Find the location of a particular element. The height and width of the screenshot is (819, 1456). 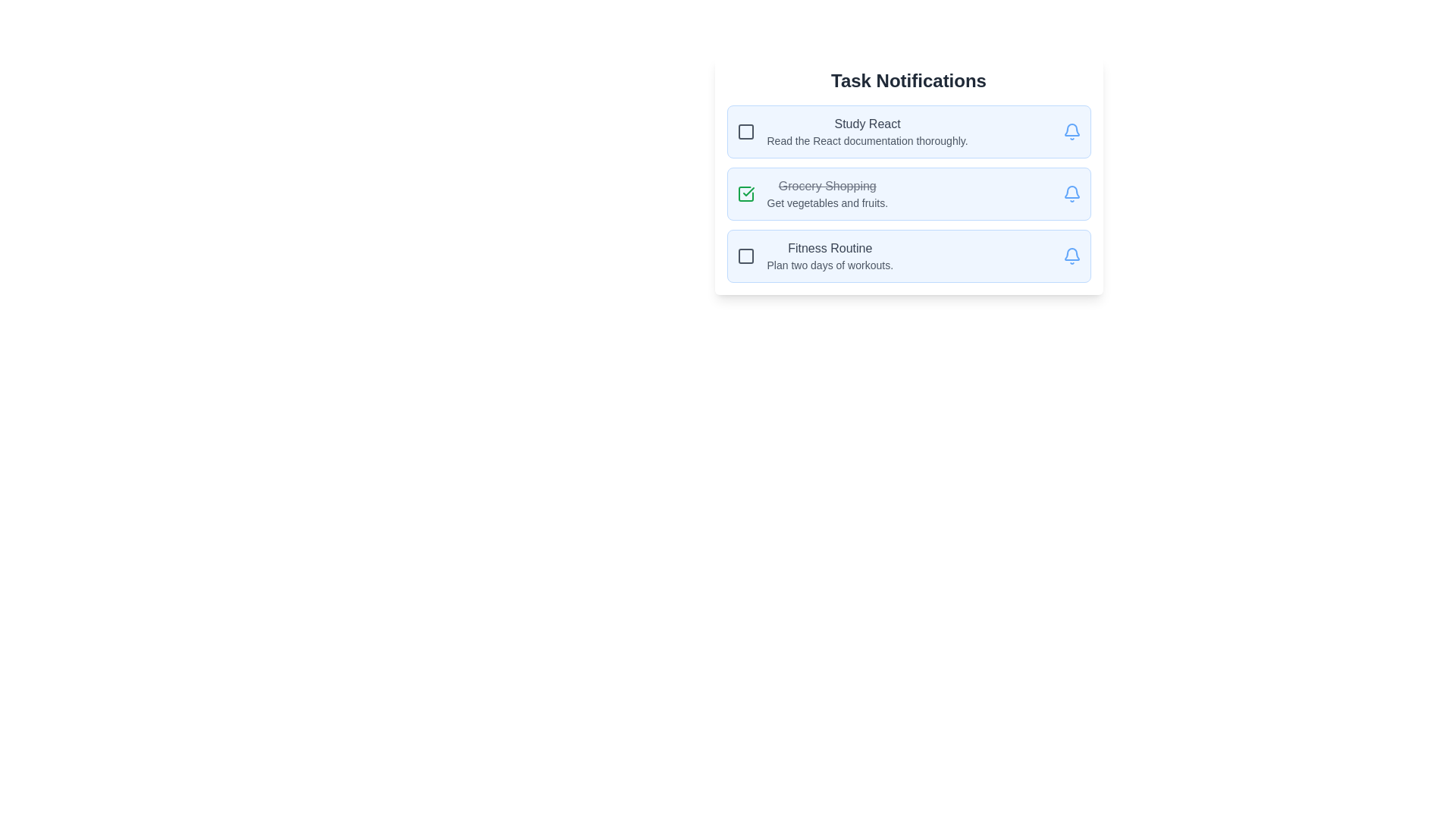

the 'Study React' task notification component, which is the first item in the list of task notifications is located at coordinates (908, 130).